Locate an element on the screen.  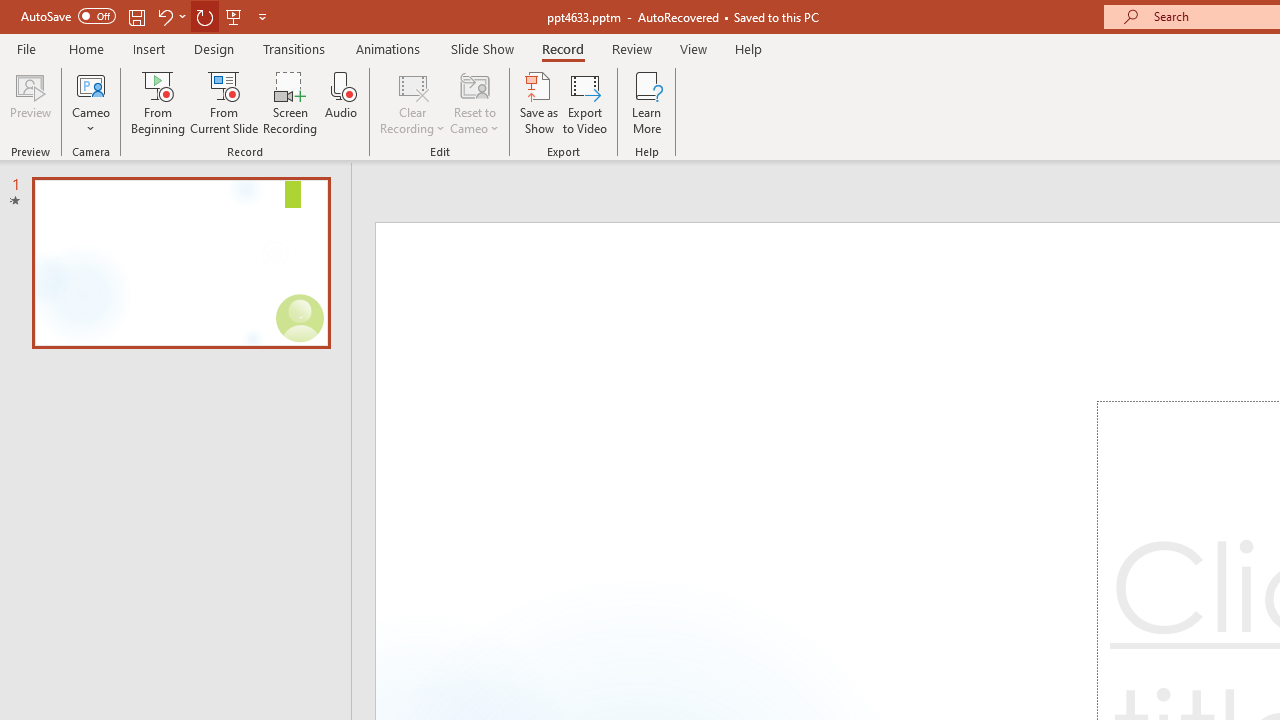
'Customize Quick Access Toolbar' is located at coordinates (262, 16).